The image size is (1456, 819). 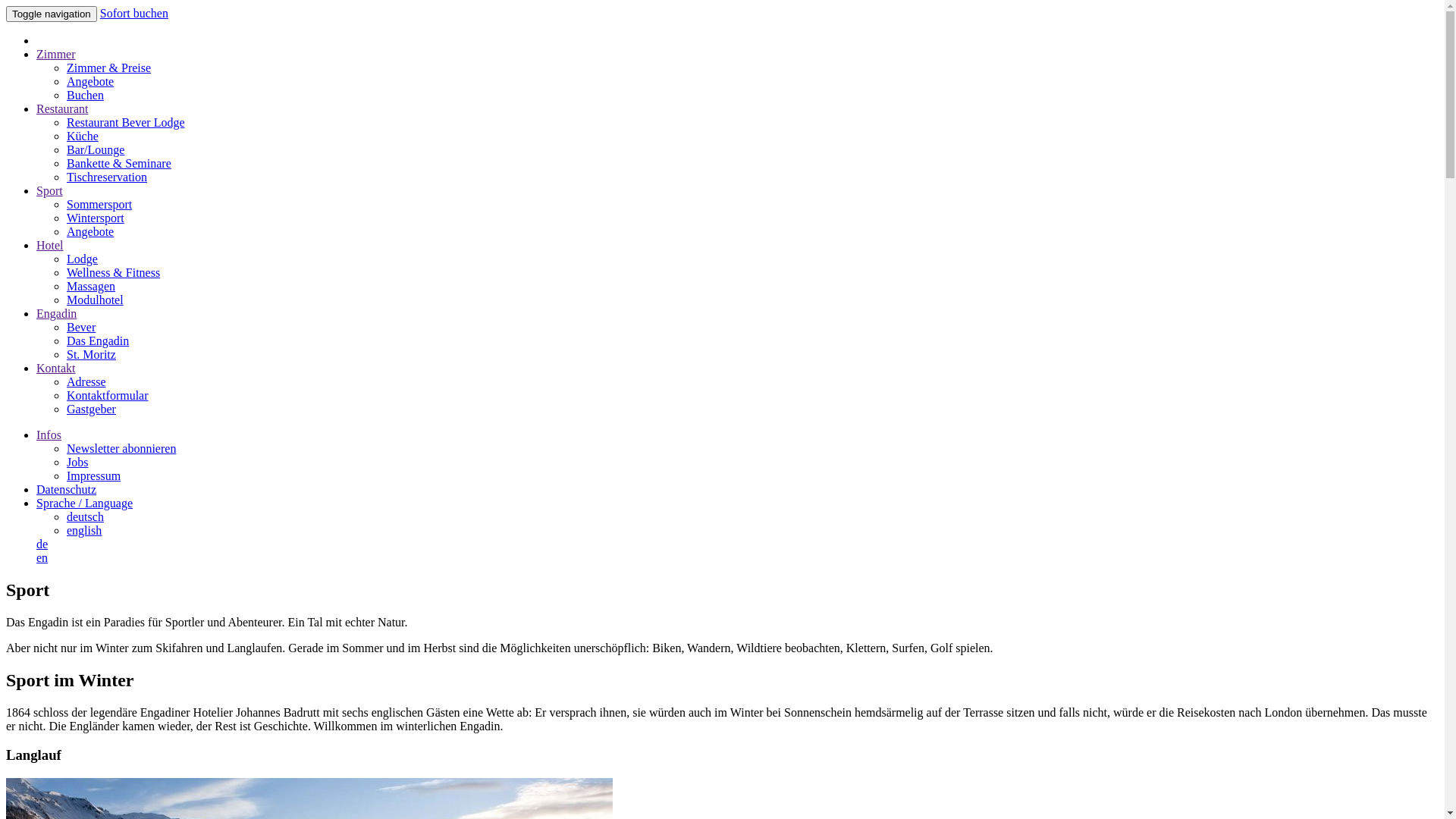 I want to click on 'Sommersport', so click(x=98, y=203).